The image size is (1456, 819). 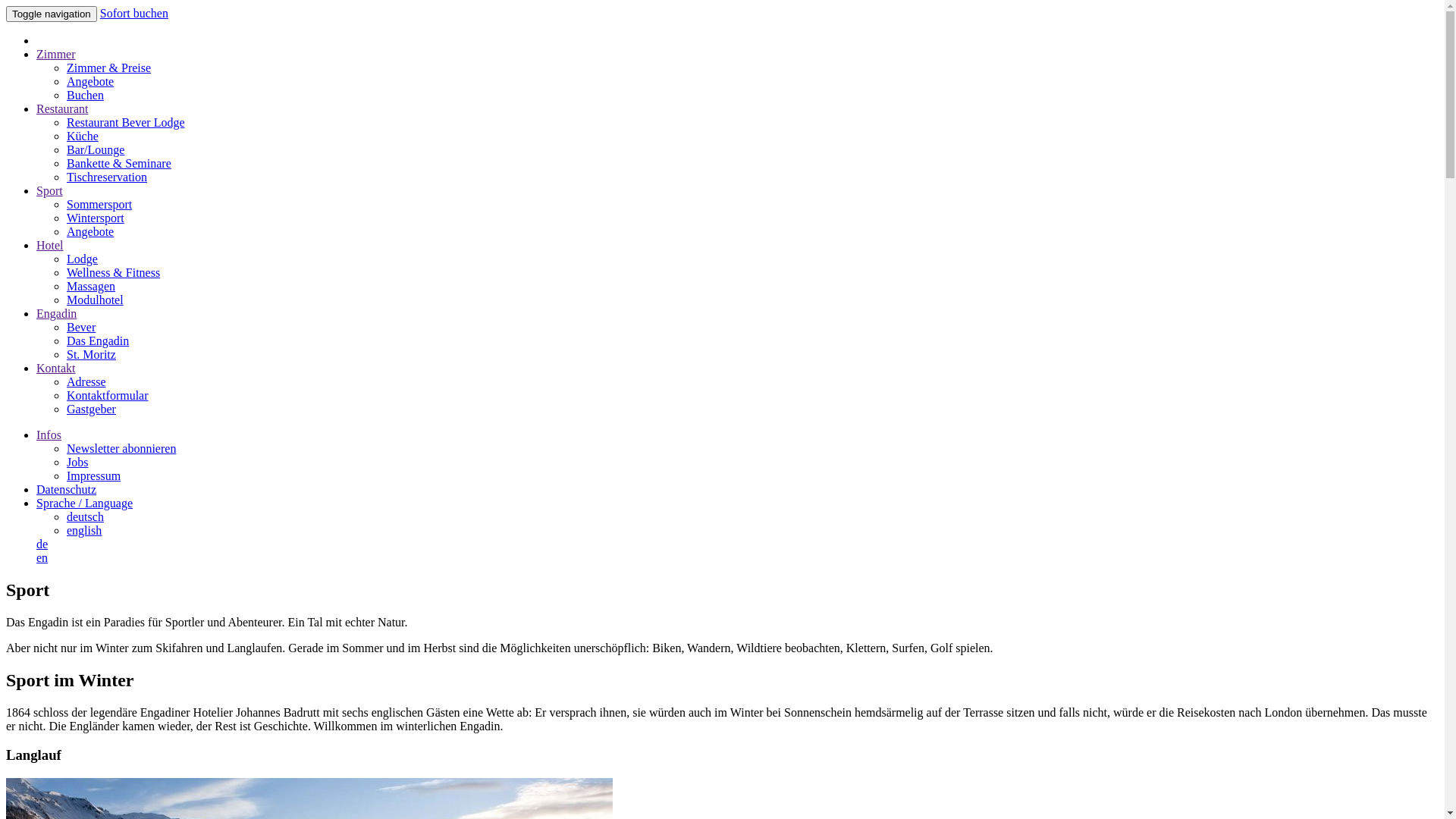 I want to click on 'Sommersport', so click(x=98, y=203).